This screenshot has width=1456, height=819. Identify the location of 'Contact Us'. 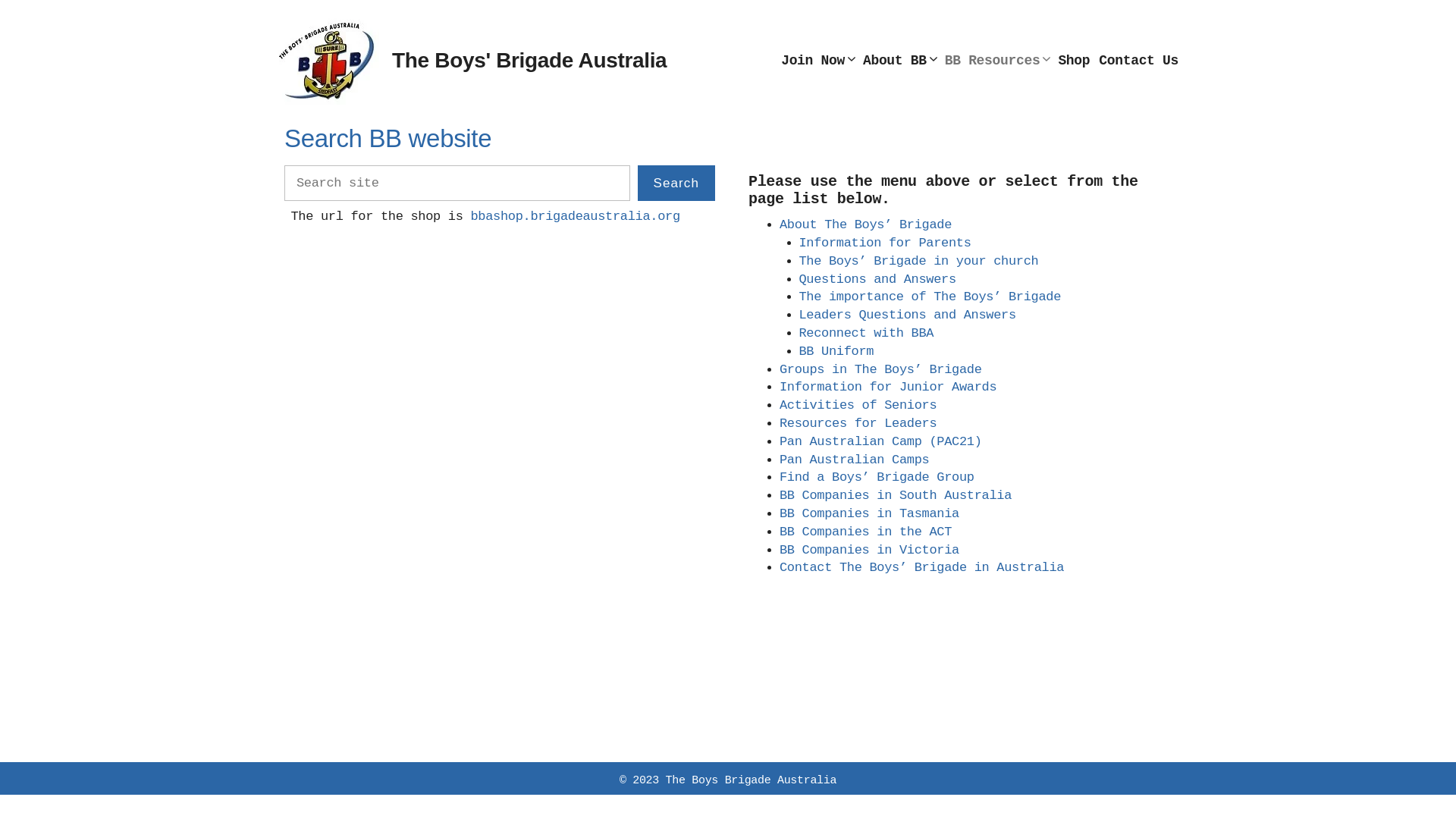
(1138, 60).